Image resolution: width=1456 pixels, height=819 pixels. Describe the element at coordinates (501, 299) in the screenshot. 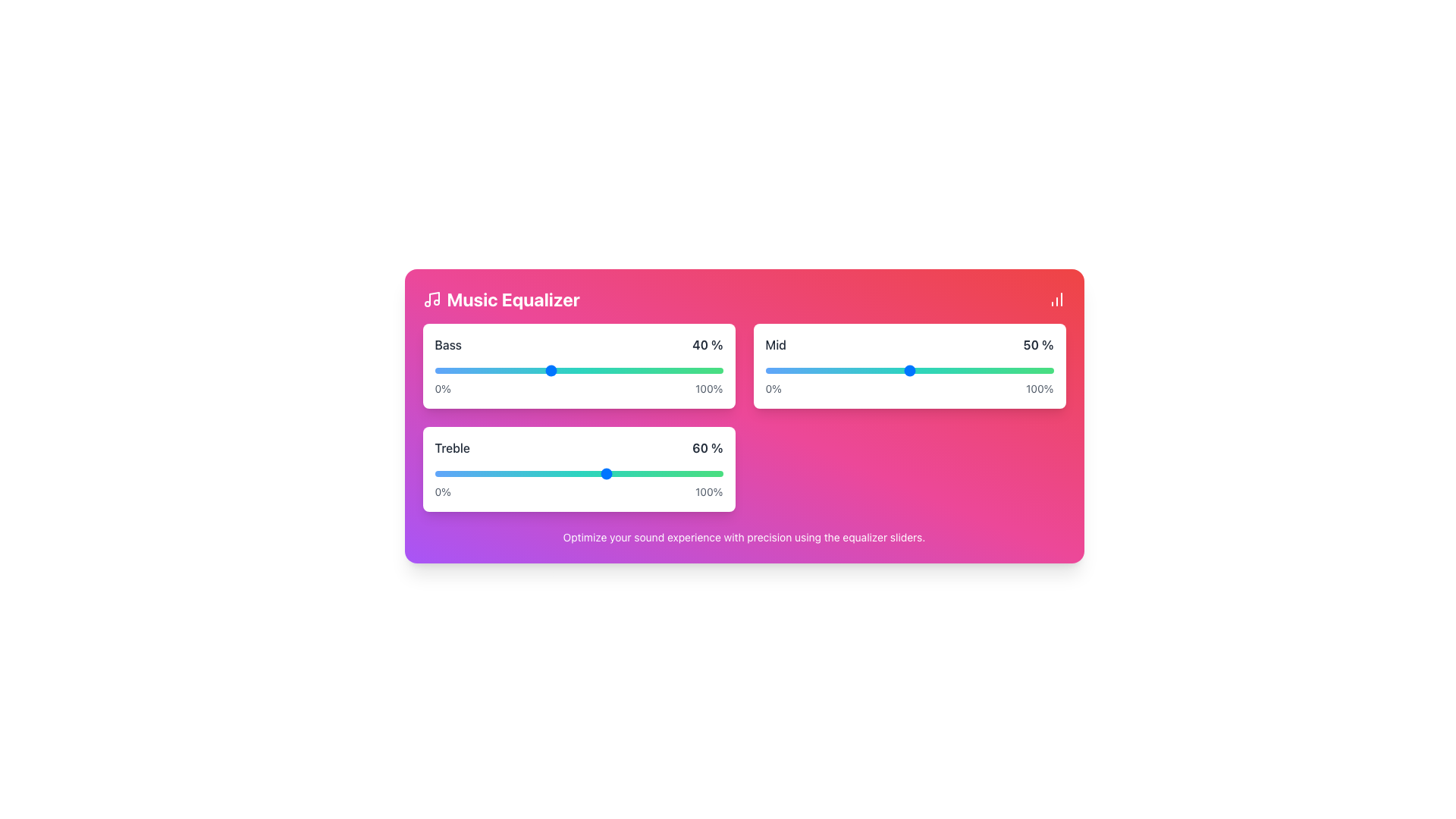

I see `the 'Music Equalizer' text label with icon, which features a bold, large font and a musical note icon, located at the top-left of the main card interface` at that location.